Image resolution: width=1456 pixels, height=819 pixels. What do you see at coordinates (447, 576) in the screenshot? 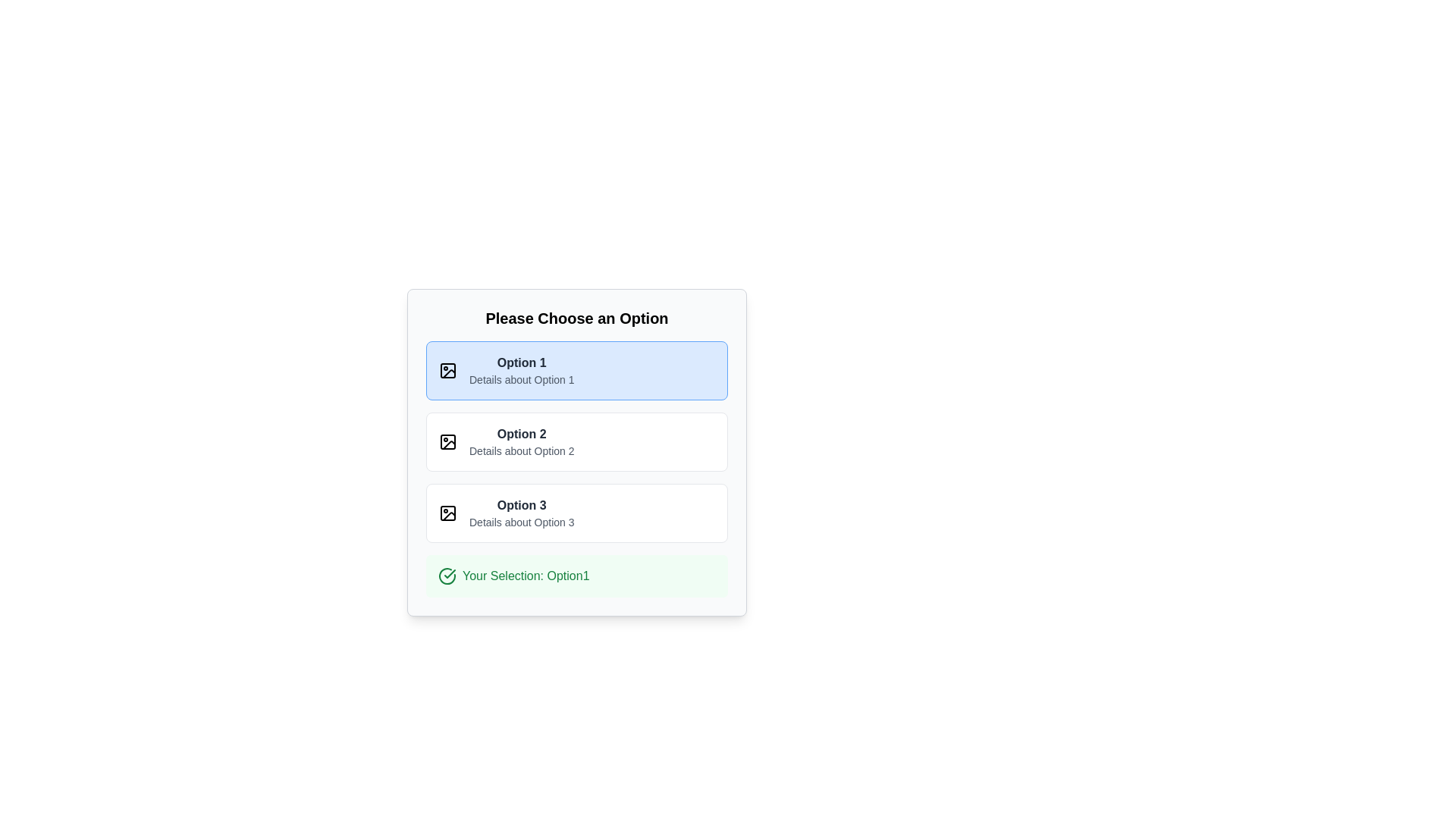
I see `the visual feedback of the checkmark icon inside the green-highlighted confirmation message box, located to the left of the text 'Your Selection: Option1'` at bounding box center [447, 576].